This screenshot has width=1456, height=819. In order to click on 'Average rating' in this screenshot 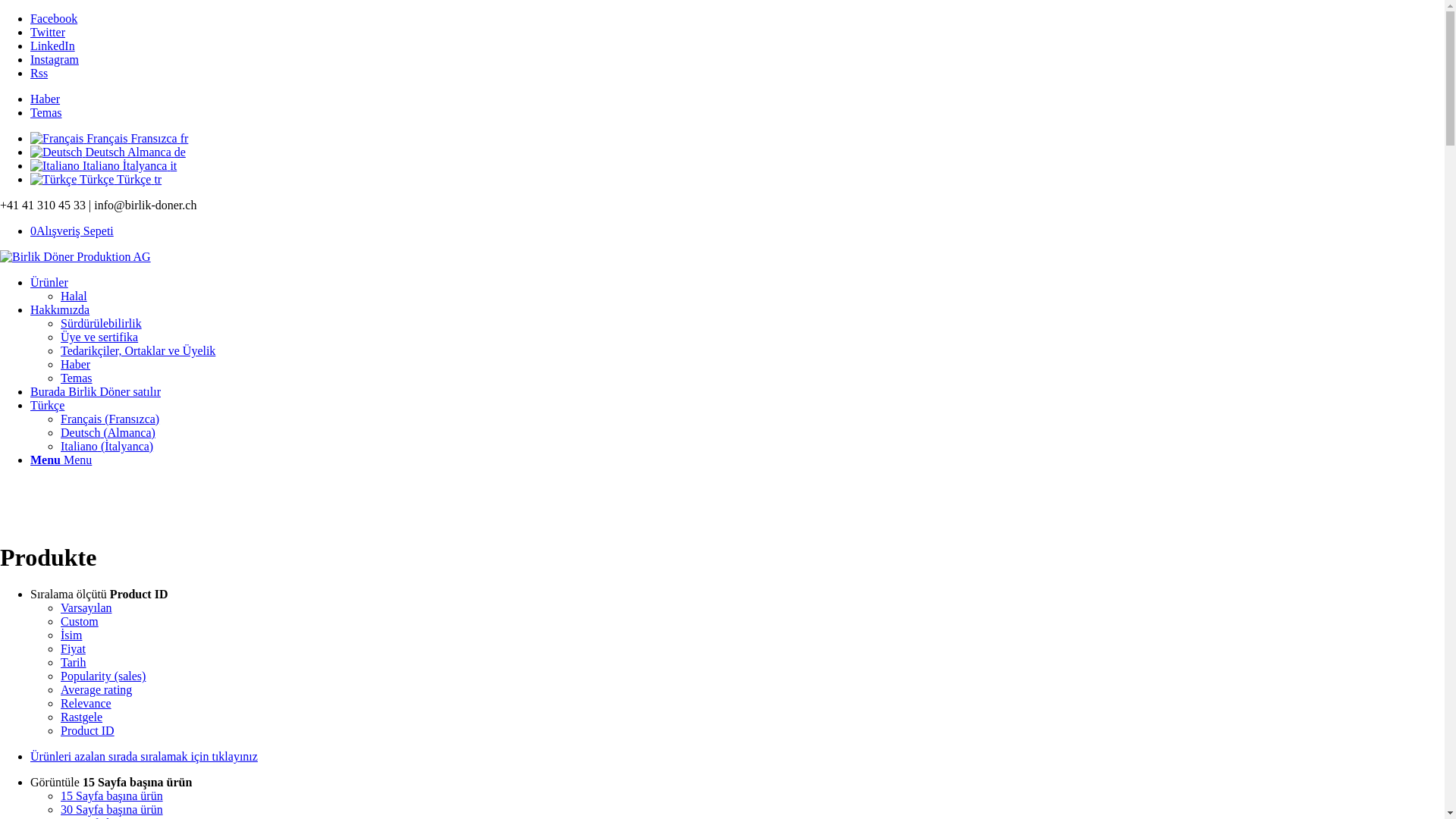, I will do `click(95, 689)`.